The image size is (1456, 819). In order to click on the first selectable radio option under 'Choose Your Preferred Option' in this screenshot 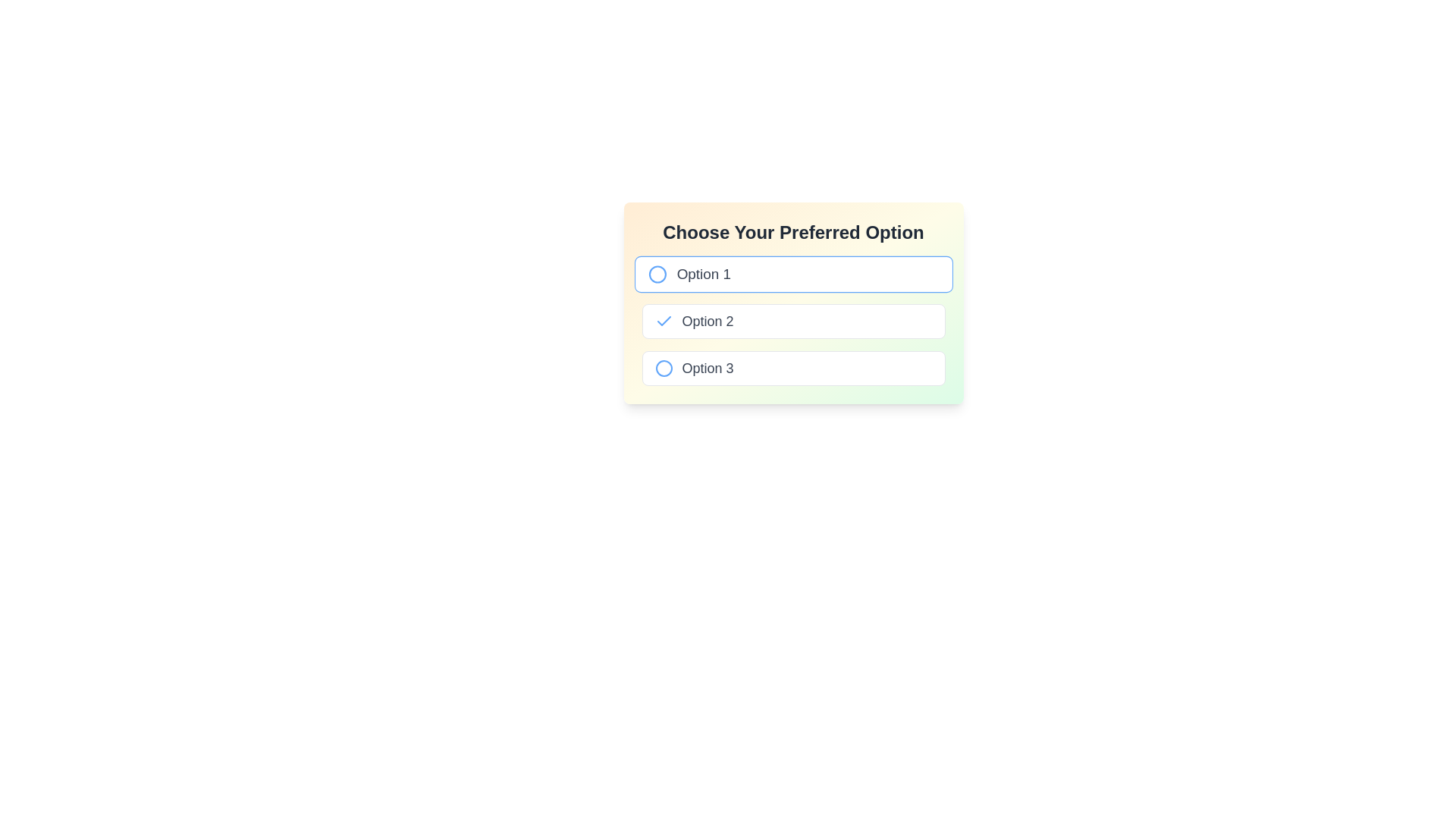, I will do `click(792, 275)`.